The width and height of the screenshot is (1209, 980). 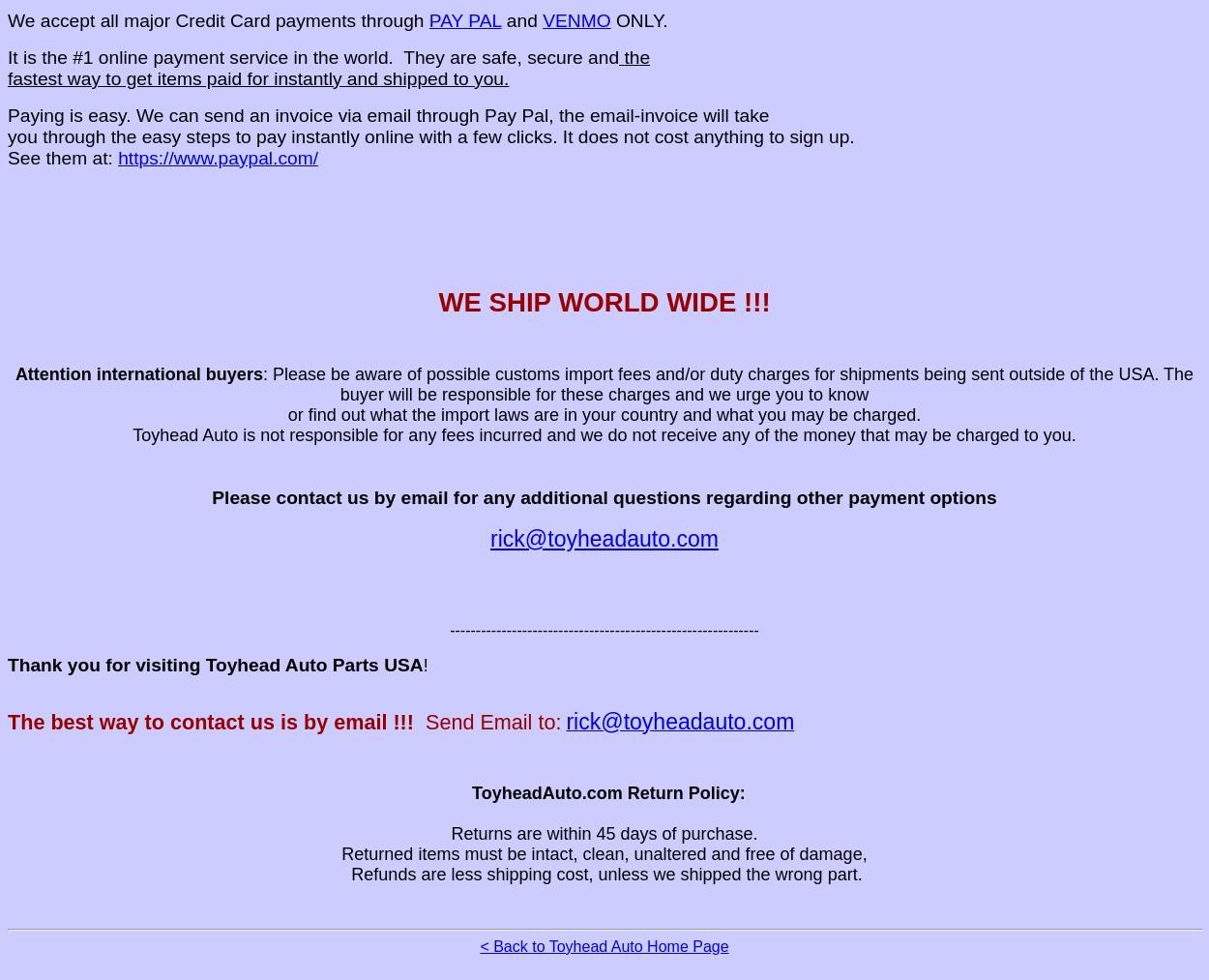 I want to click on 'VENMO', so click(x=543, y=18).